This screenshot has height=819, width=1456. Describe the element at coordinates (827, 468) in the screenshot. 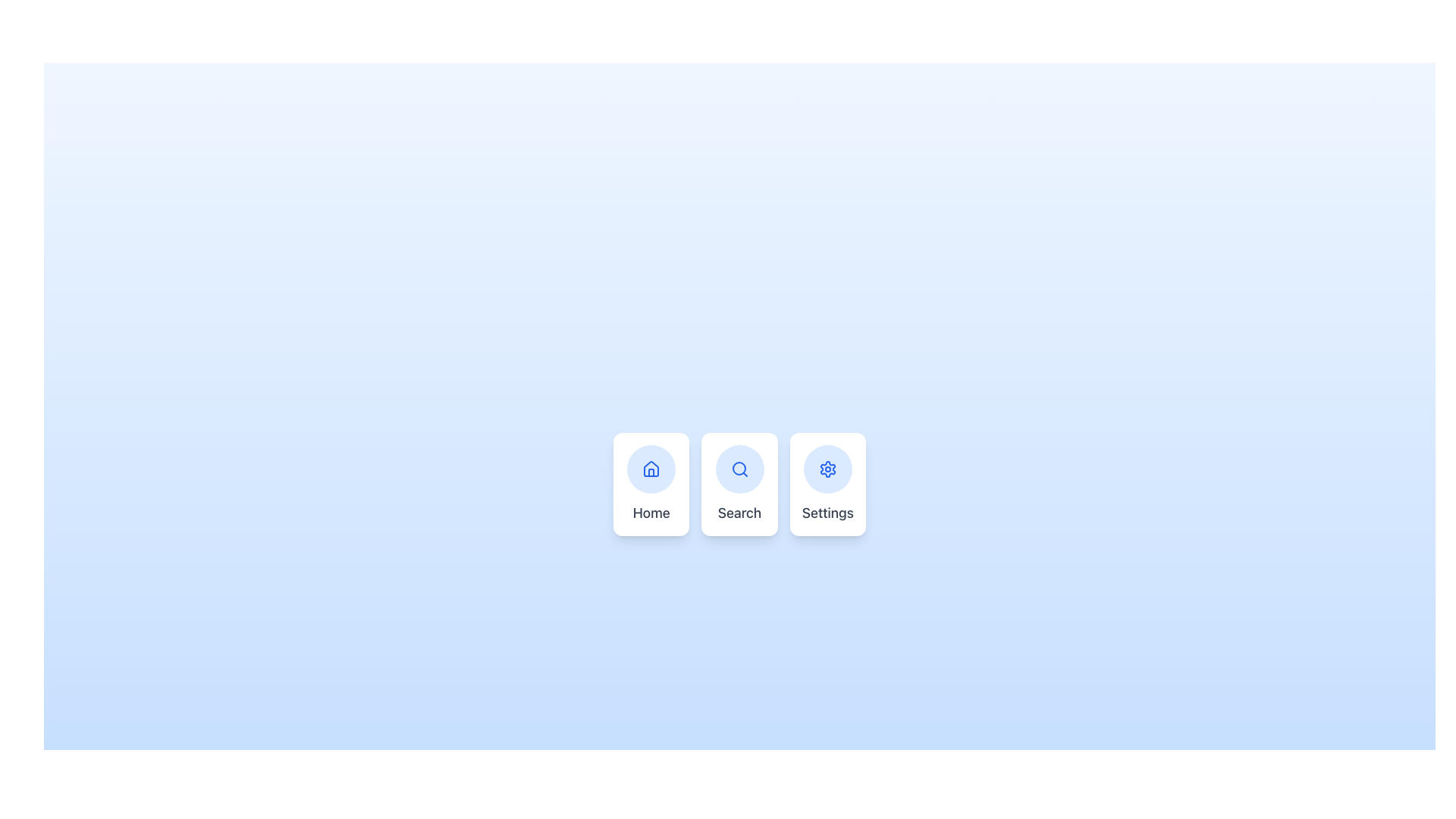

I see `the settings icon, represented by a cogwheel symbol, located at the top center of the third card labeled 'Settings'` at that location.